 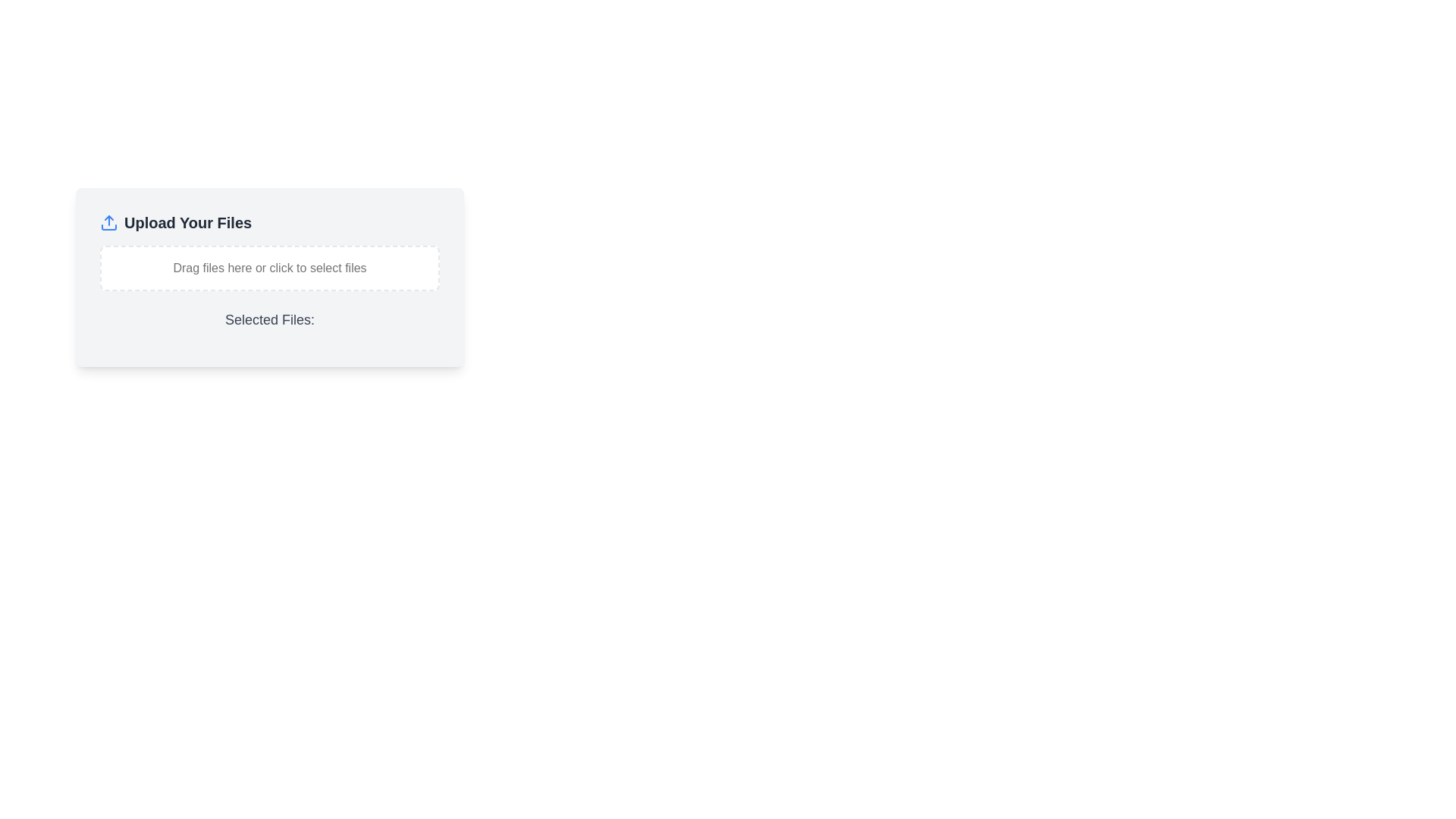 What do you see at coordinates (269, 267) in the screenshot?
I see `keyboard navigation` at bounding box center [269, 267].